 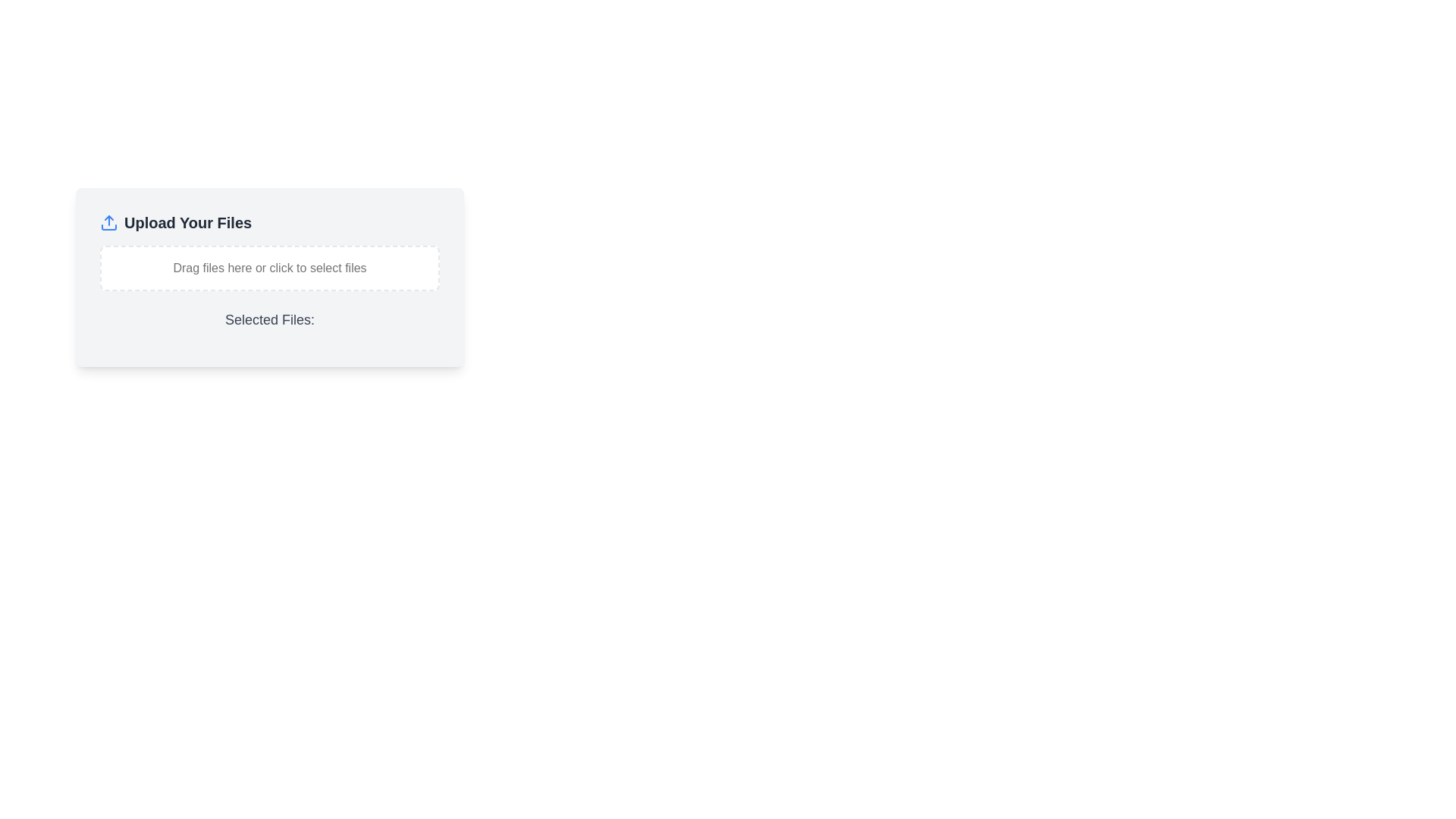 What do you see at coordinates (269, 267) in the screenshot?
I see `keyboard navigation` at bounding box center [269, 267].